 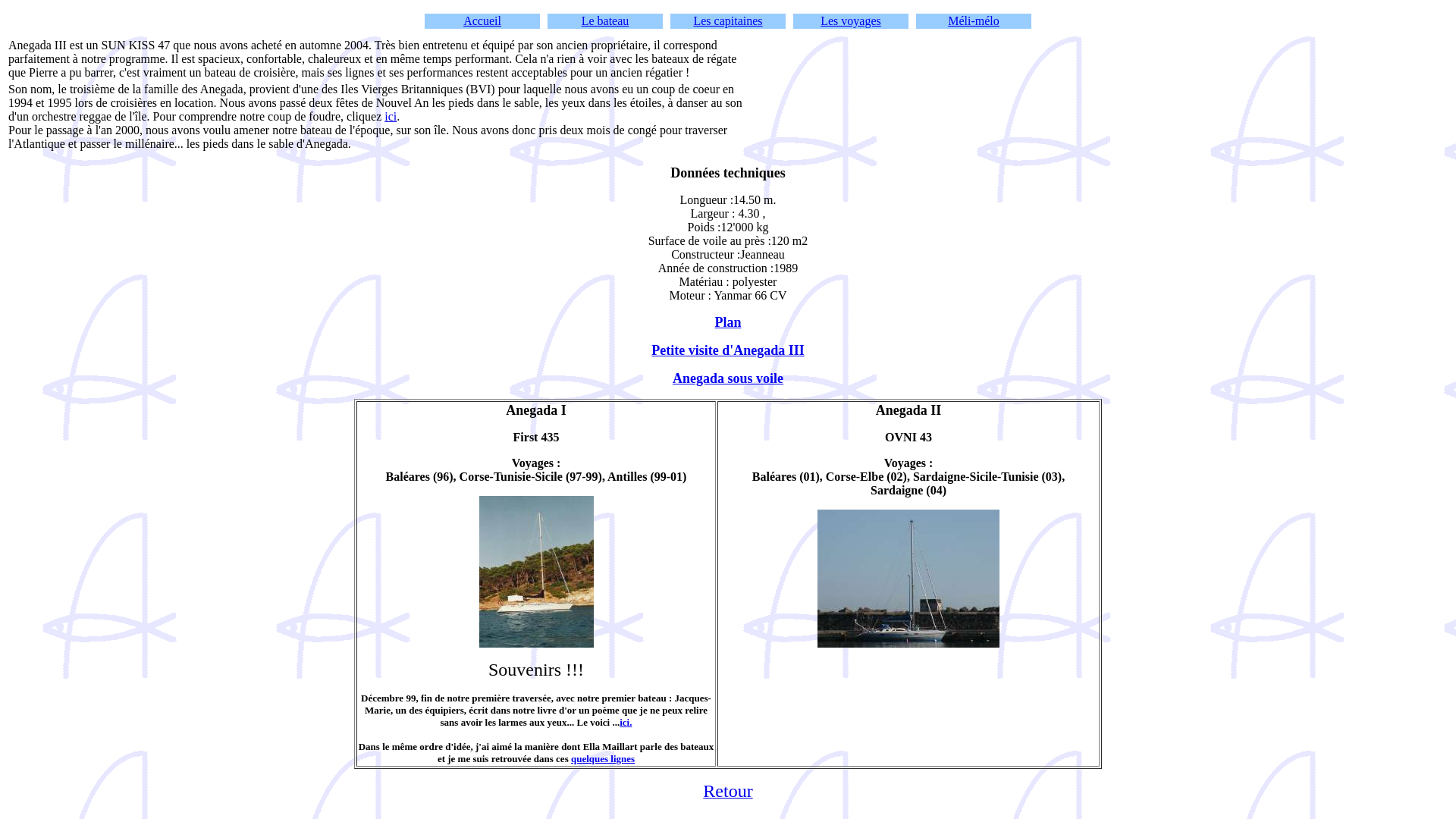 I want to click on 'Les voyages', so click(x=851, y=20).